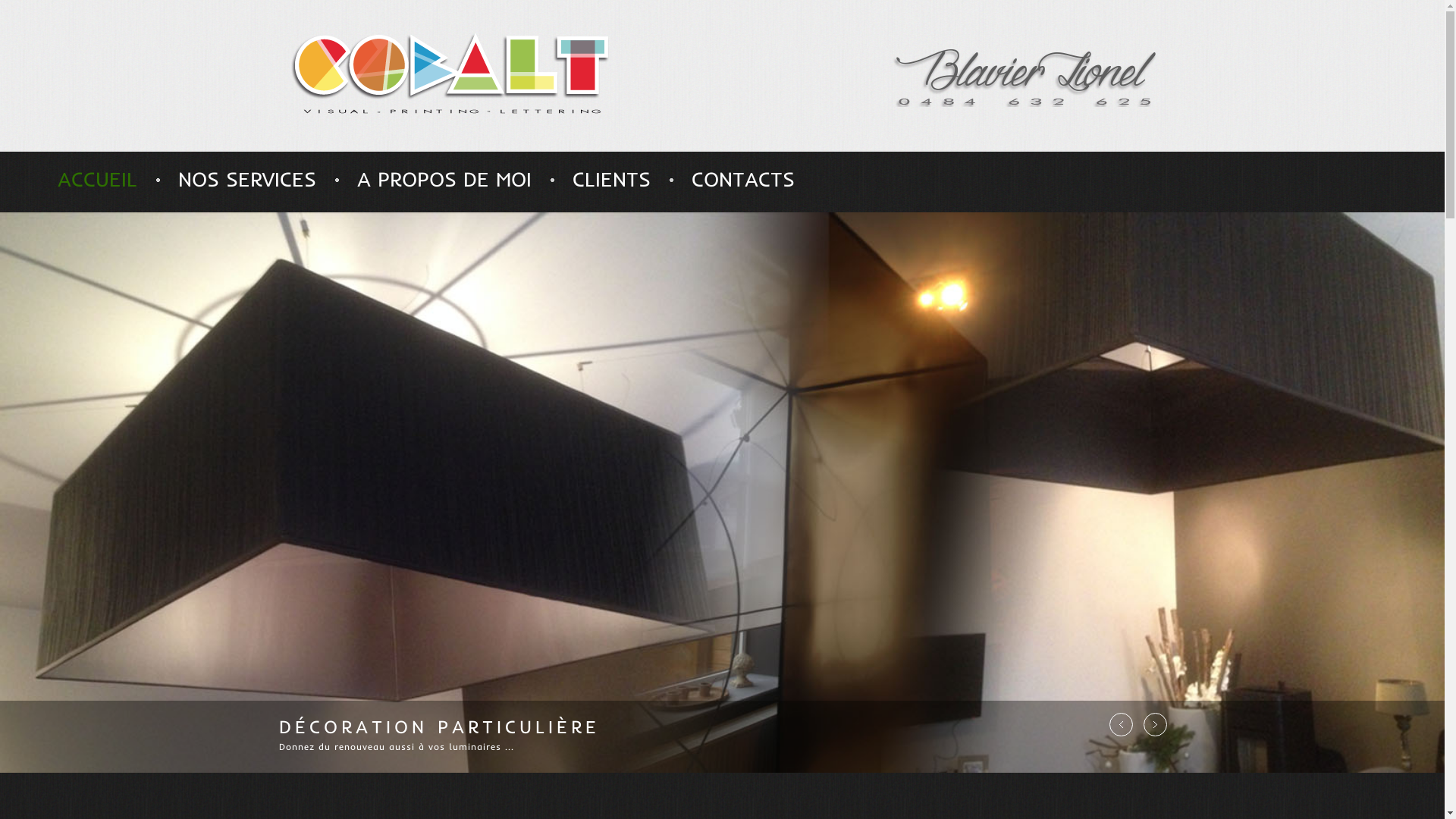  I want to click on 'CONTACTS', so click(742, 178).